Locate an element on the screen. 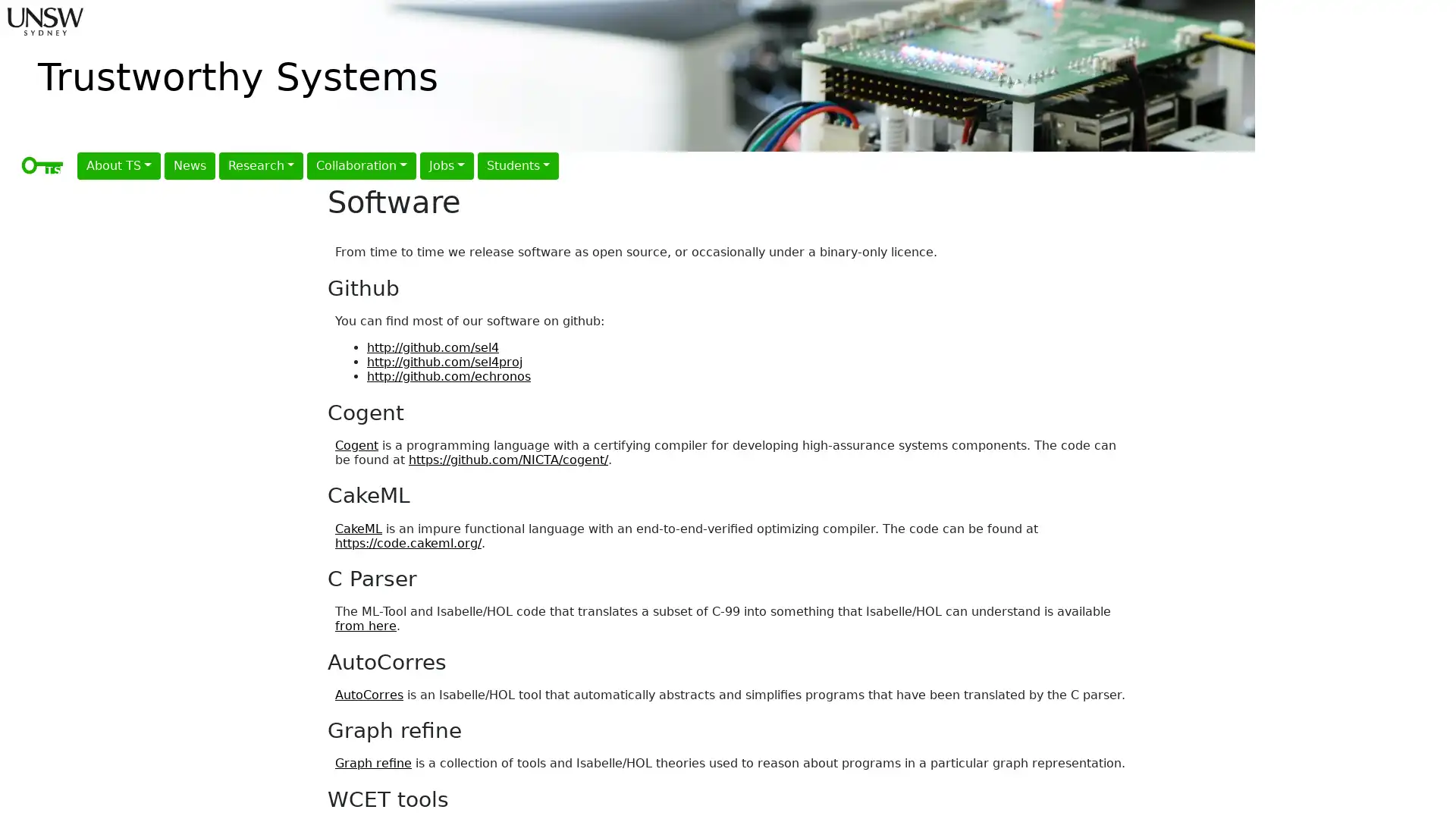 The height and width of the screenshot is (819, 1456). Research is located at coordinates (261, 165).